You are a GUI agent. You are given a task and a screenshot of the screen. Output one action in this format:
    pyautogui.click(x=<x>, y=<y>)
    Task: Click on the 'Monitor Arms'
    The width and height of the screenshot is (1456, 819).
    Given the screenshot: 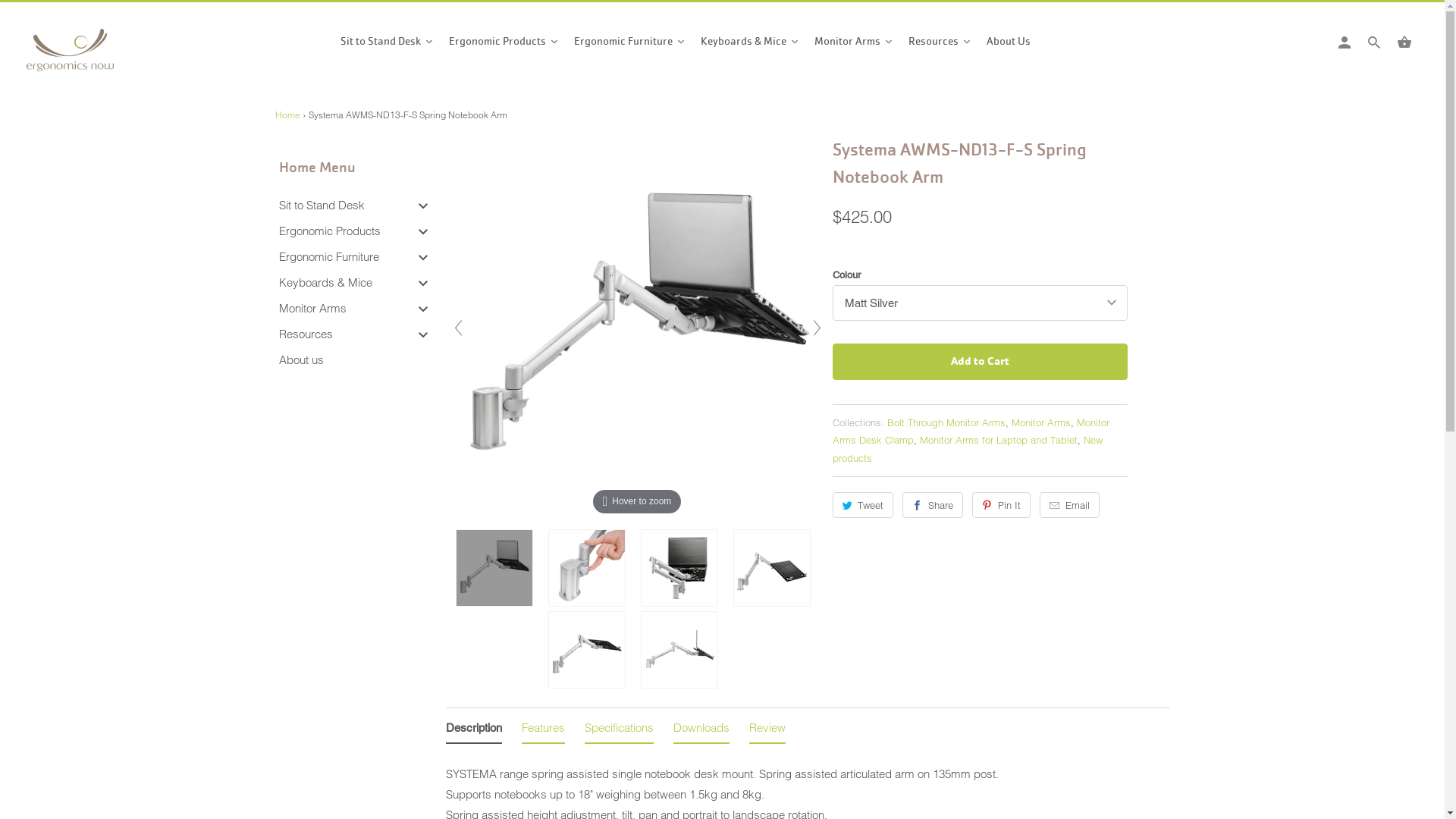 What is the action you would take?
    pyautogui.click(x=854, y=43)
    